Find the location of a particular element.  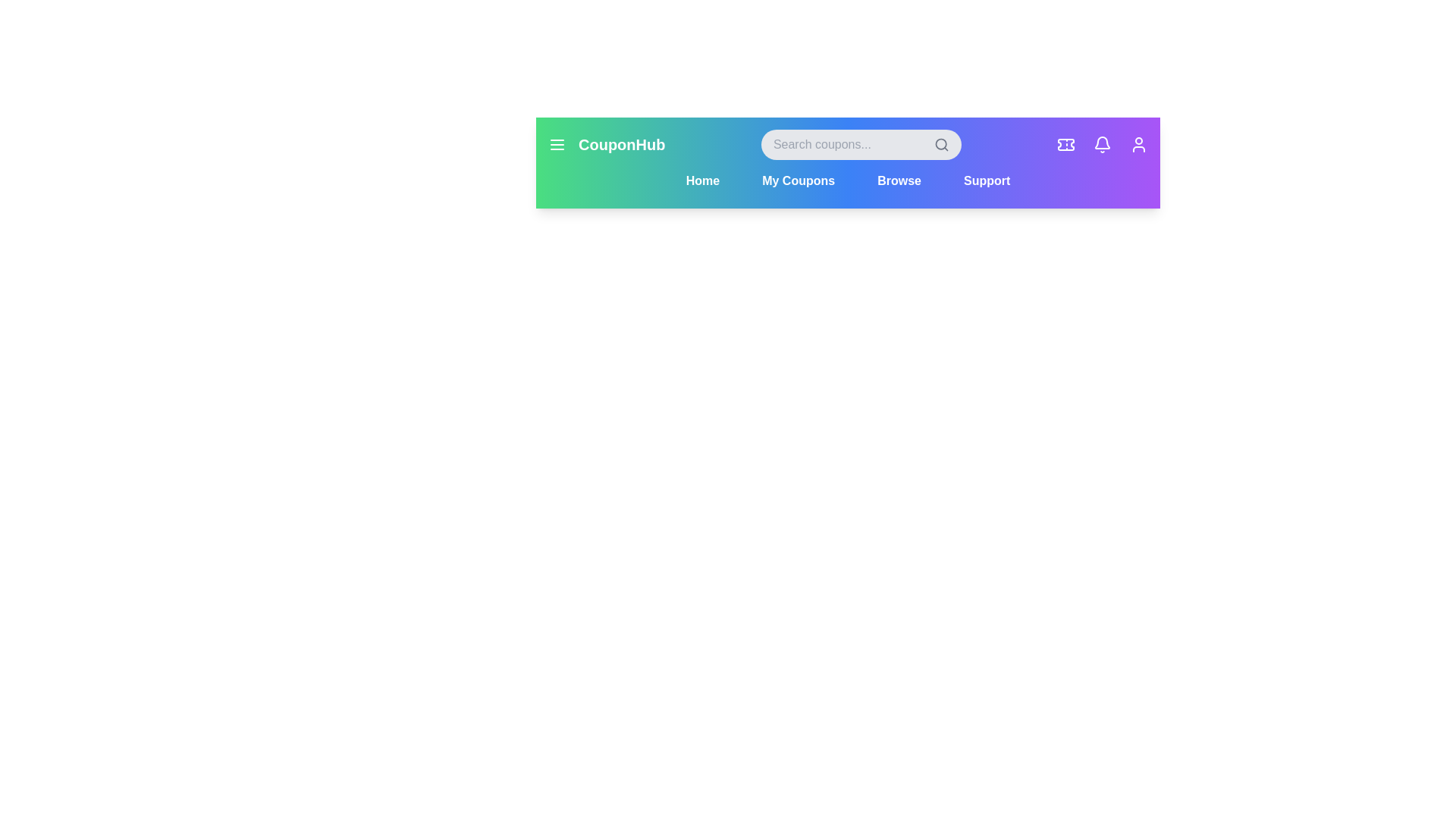

the navigation button labeled Home is located at coordinates (701, 180).